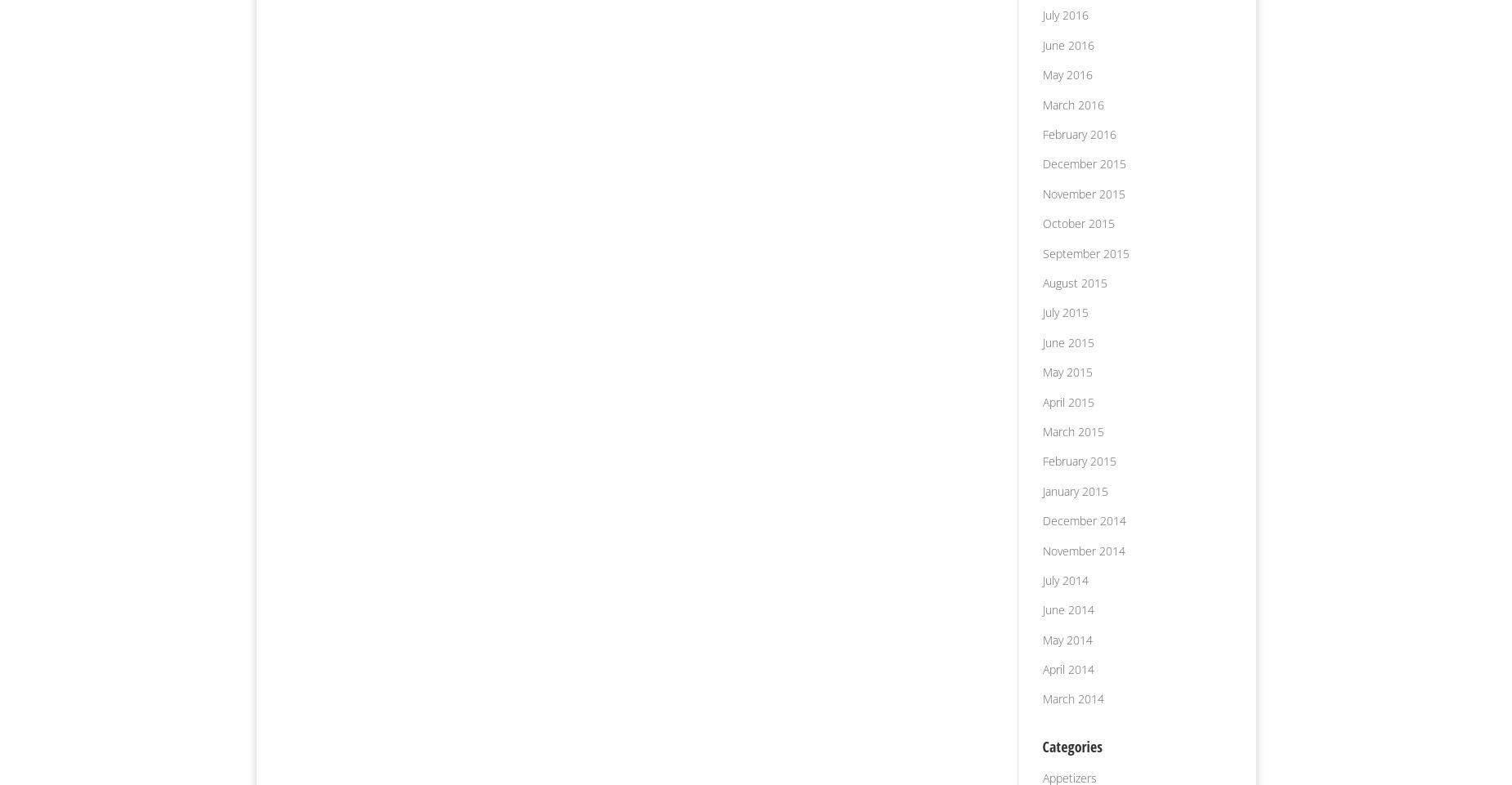 This screenshot has width=1512, height=785. I want to click on 'June 2014', so click(1067, 609).